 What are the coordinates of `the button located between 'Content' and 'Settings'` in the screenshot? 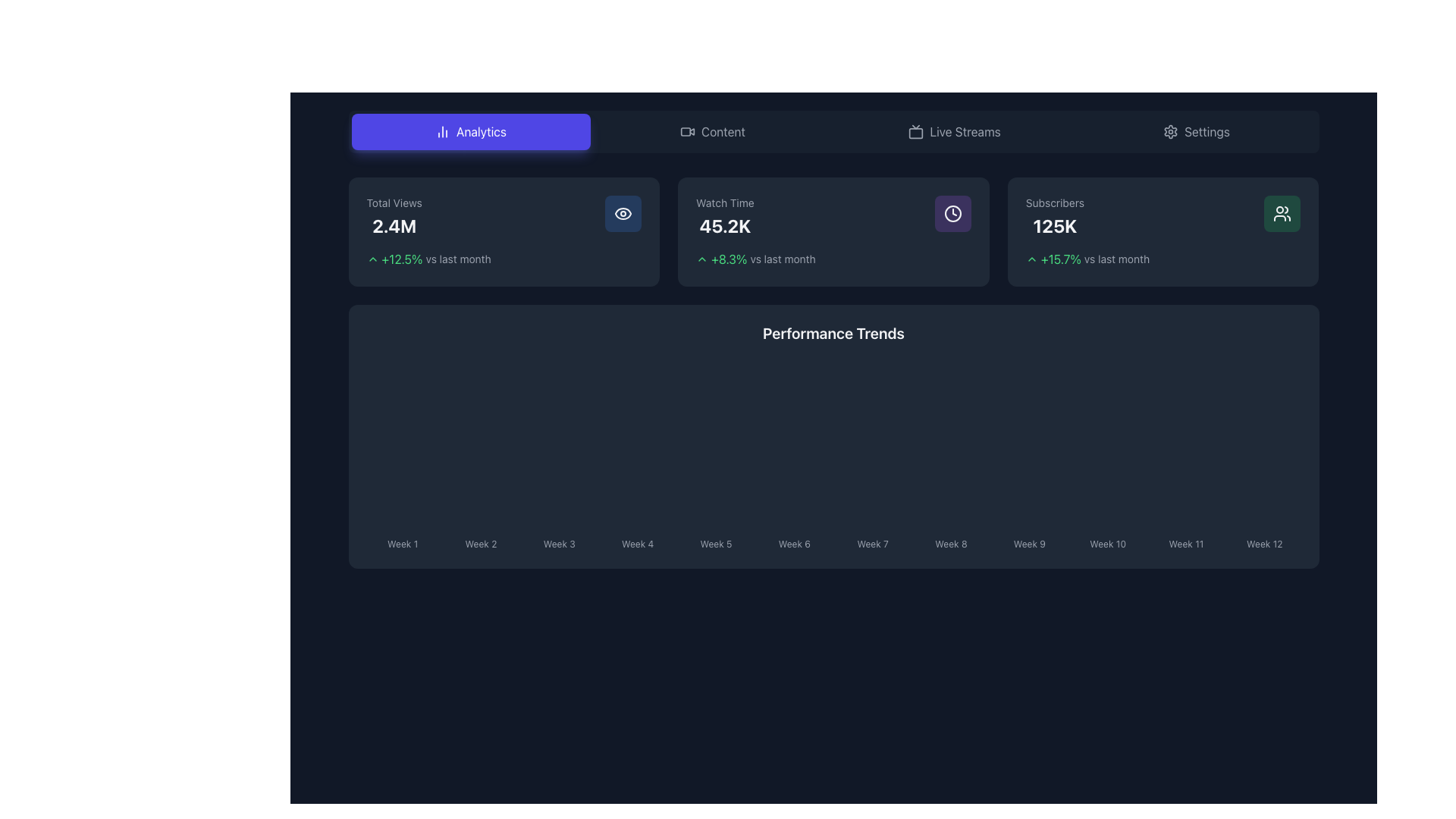 It's located at (953, 130).